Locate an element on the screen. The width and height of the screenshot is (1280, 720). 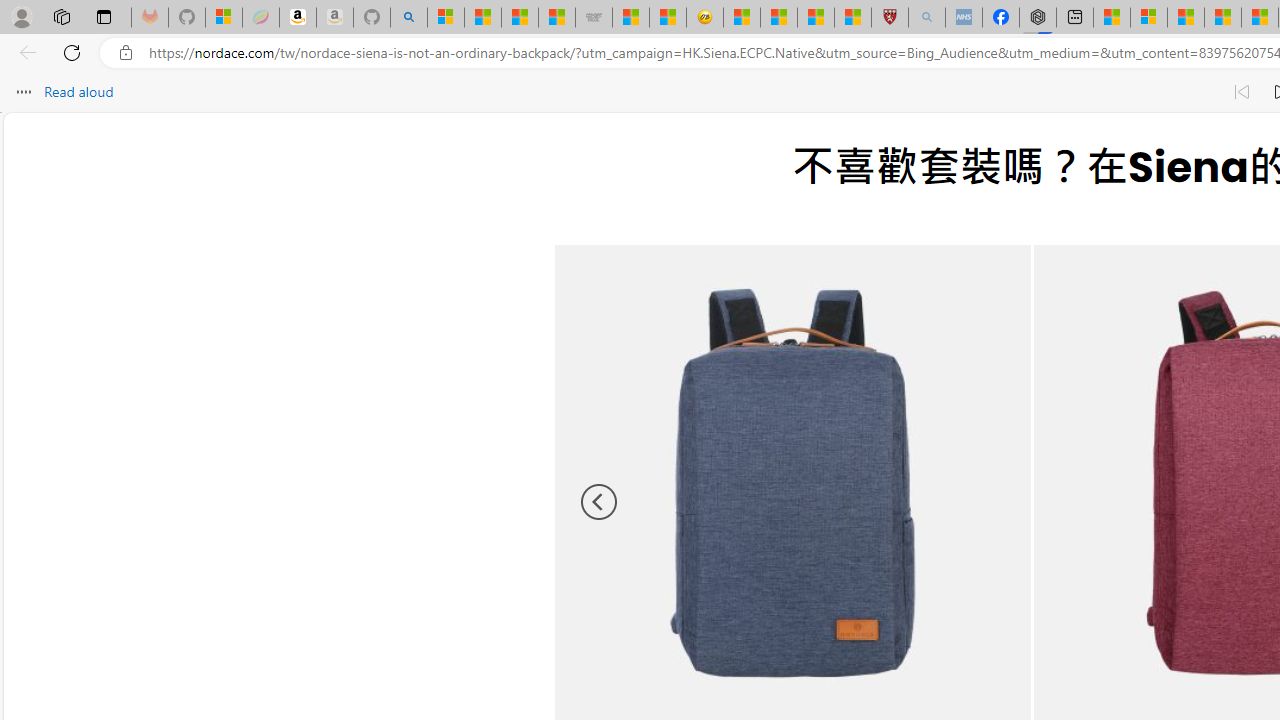
'Previous' is located at coordinates (598, 500).